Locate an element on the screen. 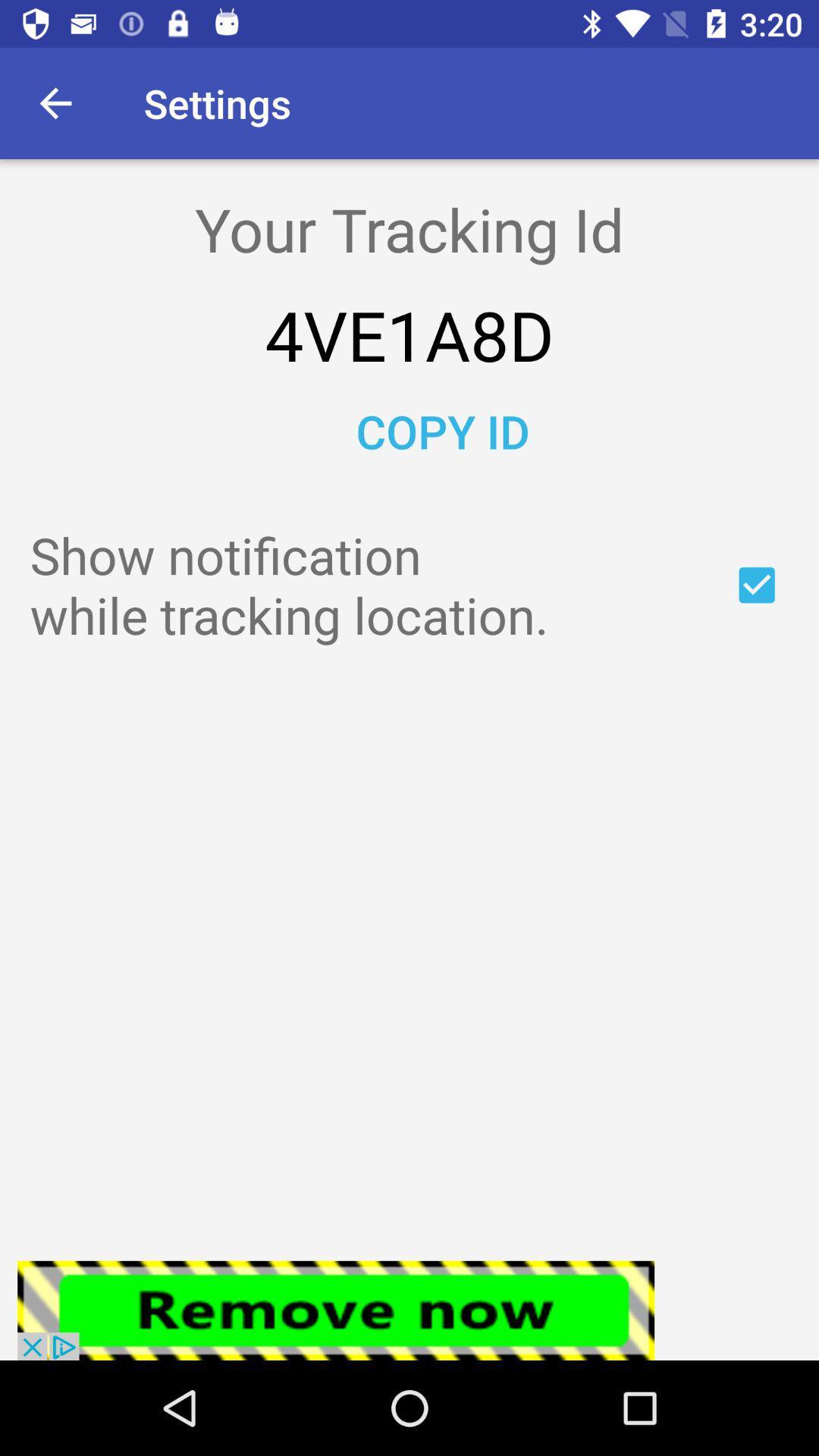 This screenshot has height=1456, width=819. the advertisement is located at coordinates (335, 1310).